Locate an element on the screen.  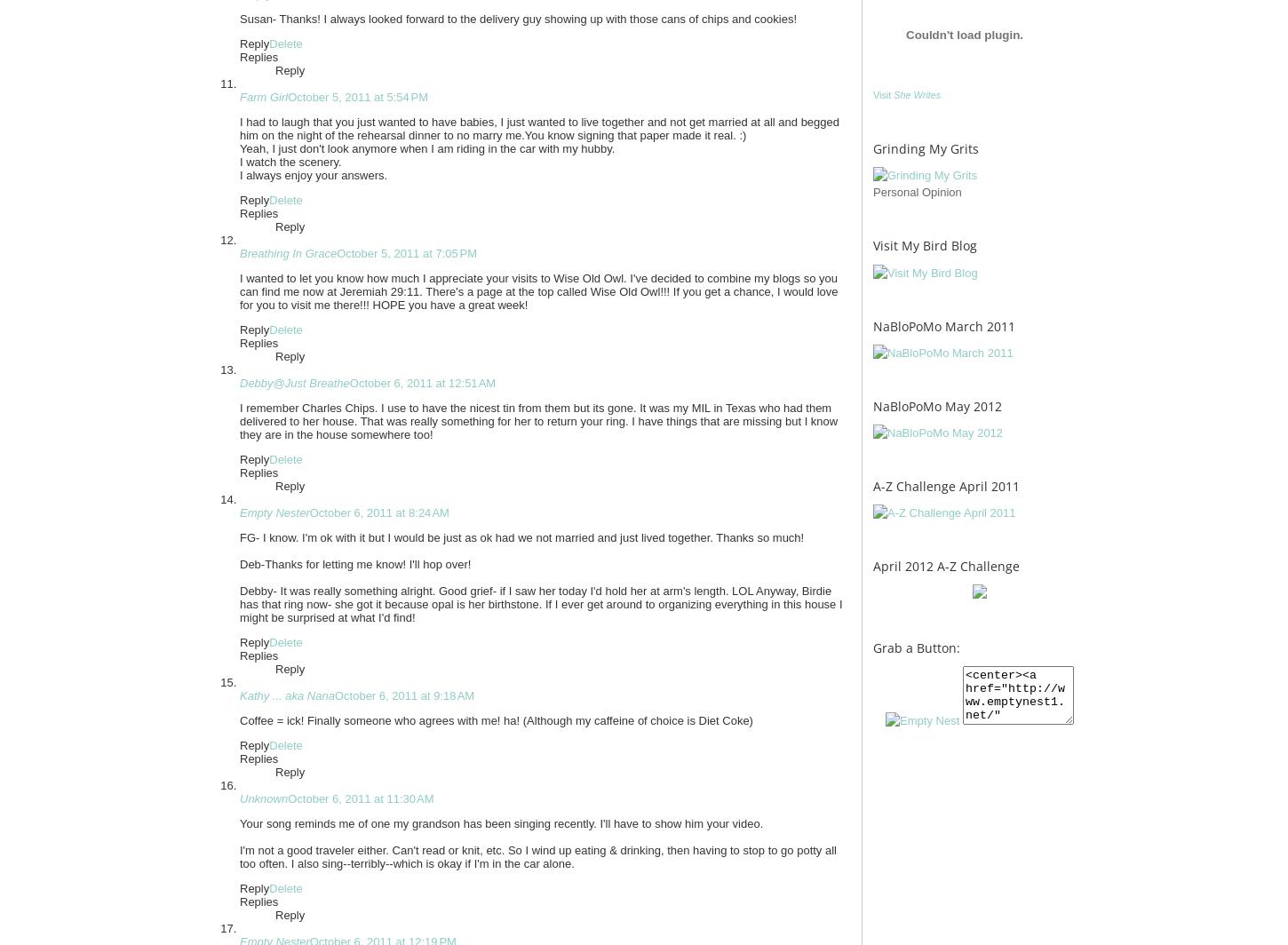
'Grab a Button:' is located at coordinates (916, 647).